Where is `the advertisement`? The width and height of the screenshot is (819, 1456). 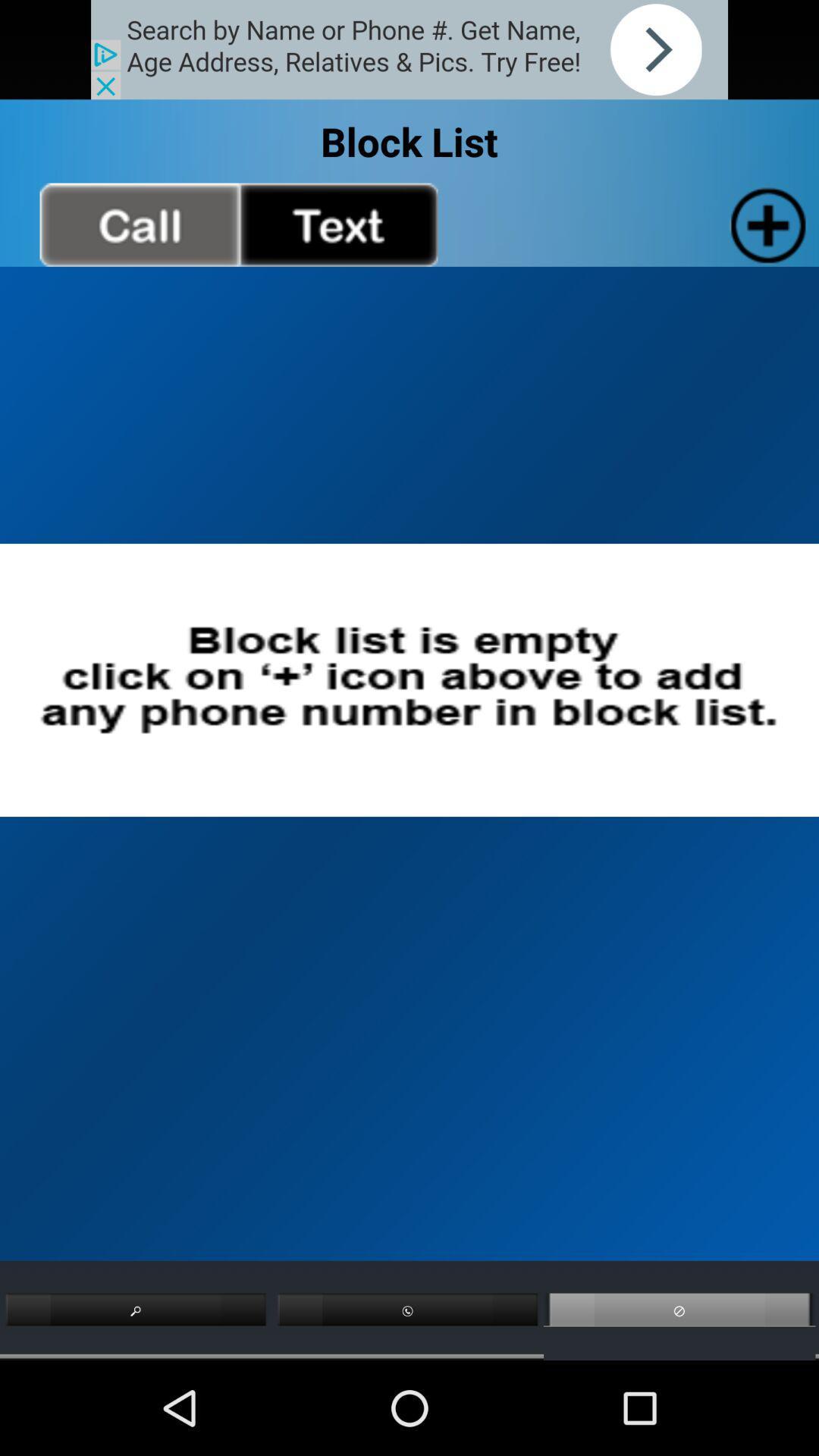 the advertisement is located at coordinates (409, 49).